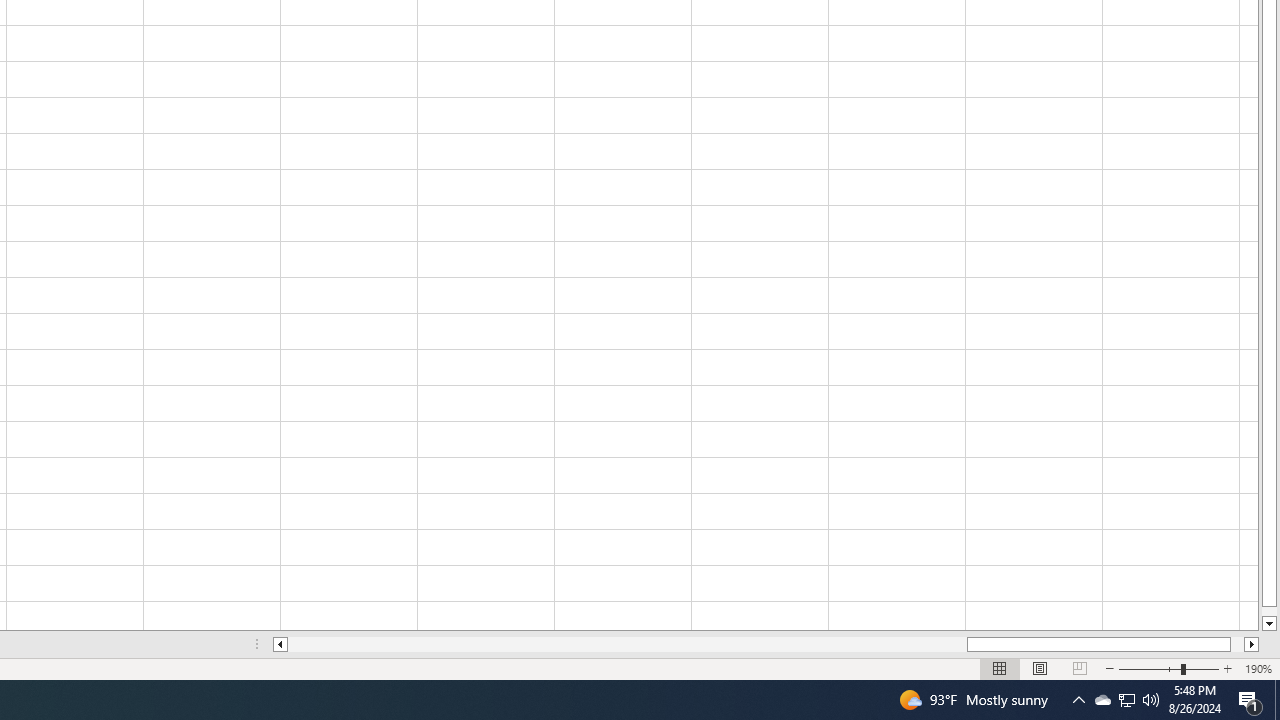  I want to click on 'Normal', so click(1000, 669).